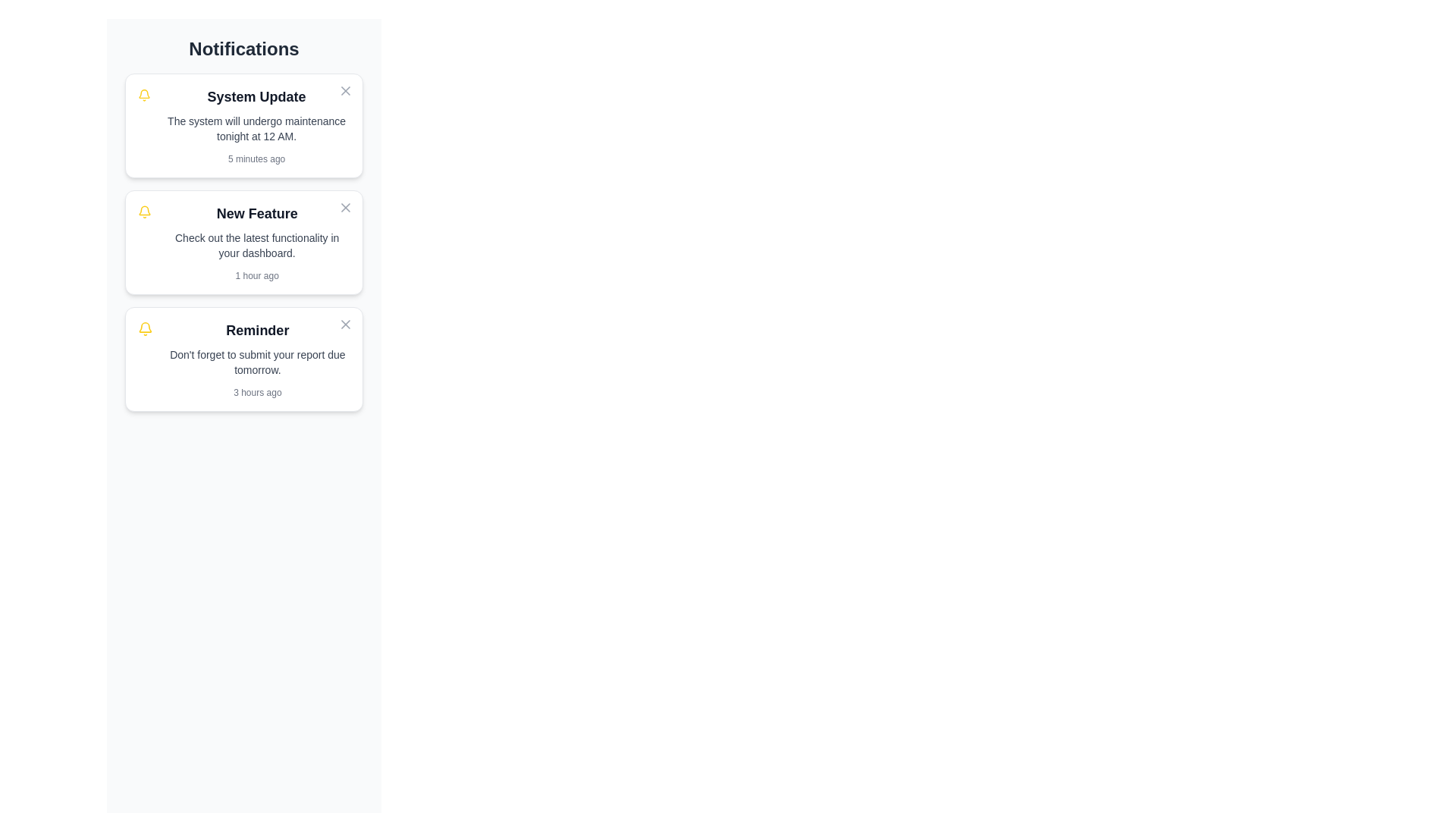 The width and height of the screenshot is (1456, 819). Describe the element at coordinates (345, 324) in the screenshot. I see `the round gray button with a stylized 'X' icon in the top-right corner of the third notification titled 'Reminder'` at that location.